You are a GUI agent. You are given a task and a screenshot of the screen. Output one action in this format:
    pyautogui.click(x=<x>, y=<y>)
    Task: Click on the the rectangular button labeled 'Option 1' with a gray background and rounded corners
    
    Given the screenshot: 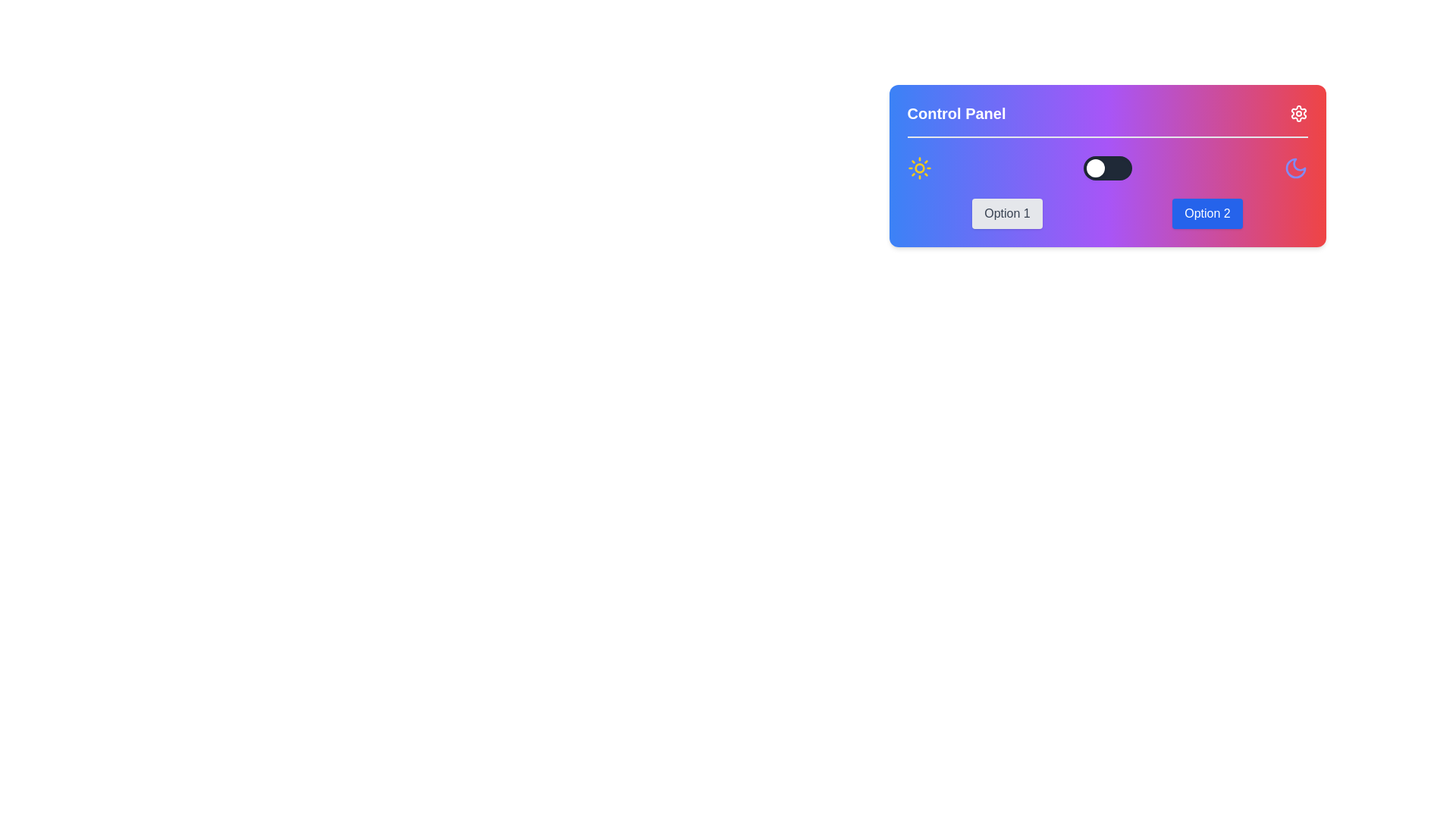 What is the action you would take?
    pyautogui.click(x=1007, y=213)
    